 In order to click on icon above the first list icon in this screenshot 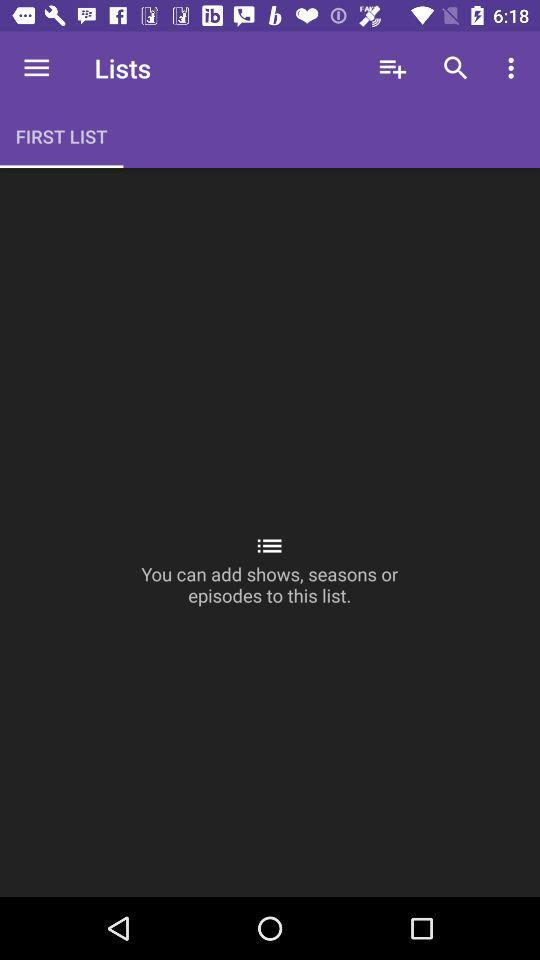, I will do `click(36, 68)`.